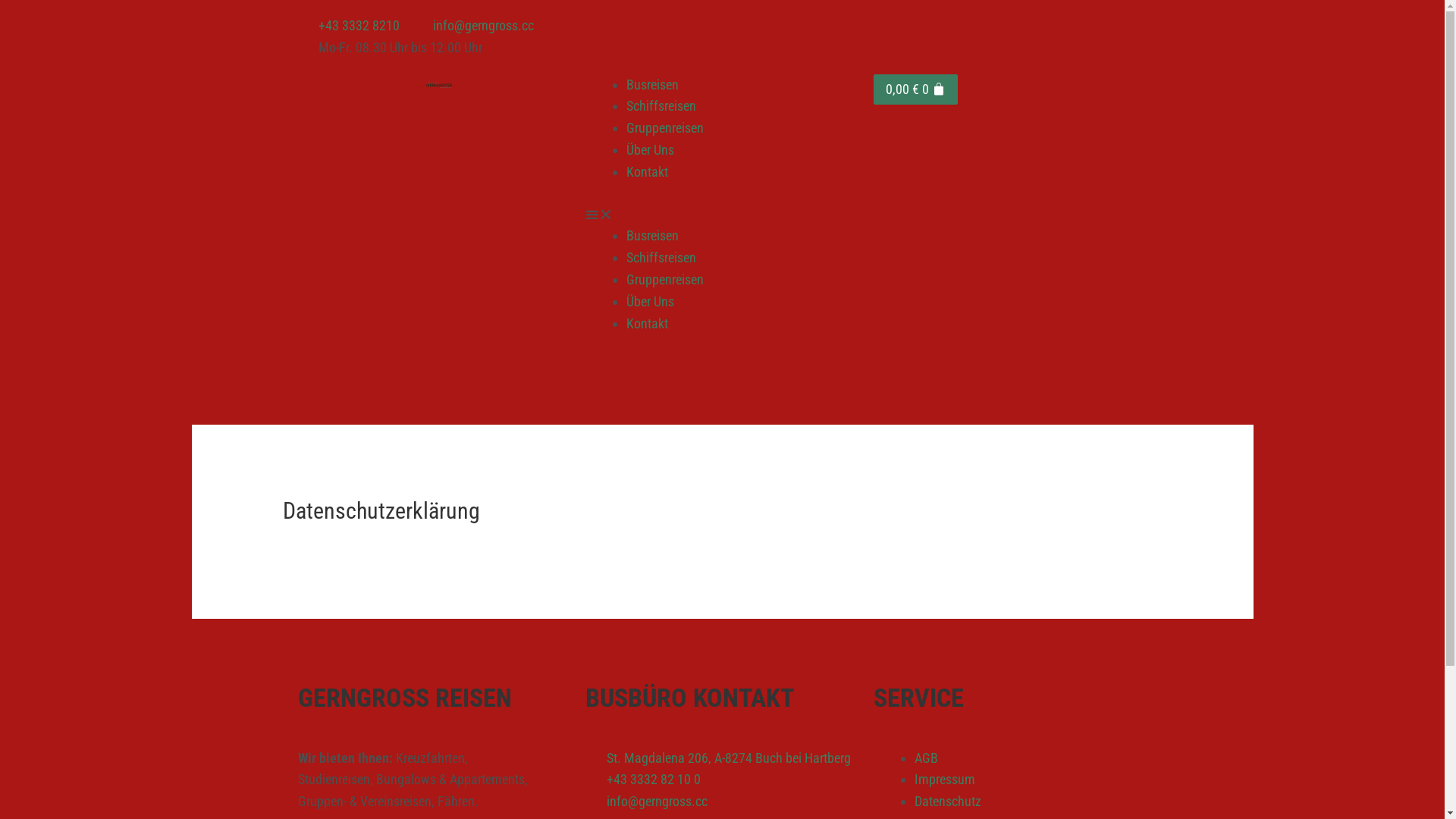  I want to click on 'Impressum', so click(944, 779).